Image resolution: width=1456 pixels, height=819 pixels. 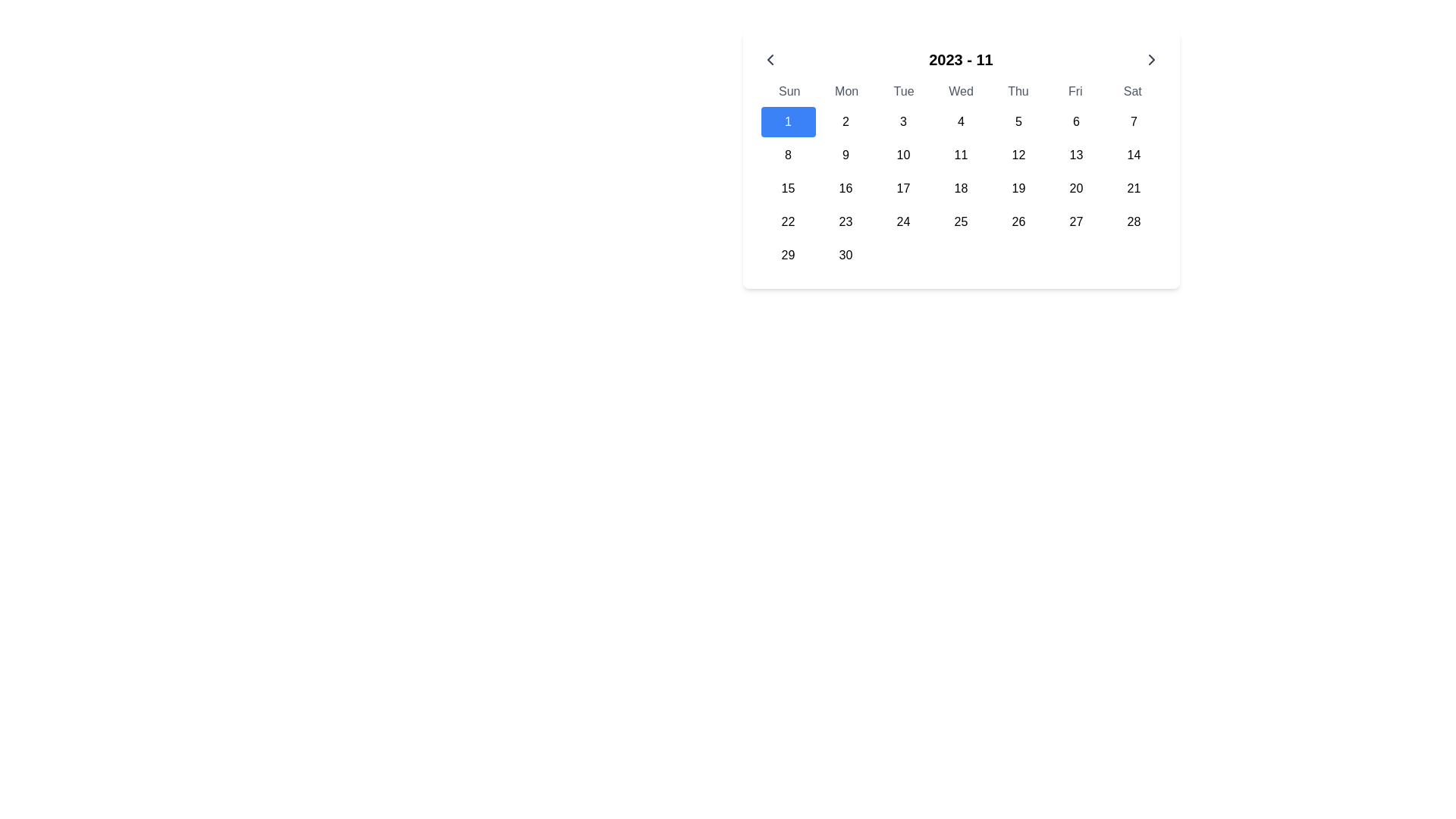 I want to click on the rounded rectangular button displaying the number '4' in black text, so click(x=960, y=121).